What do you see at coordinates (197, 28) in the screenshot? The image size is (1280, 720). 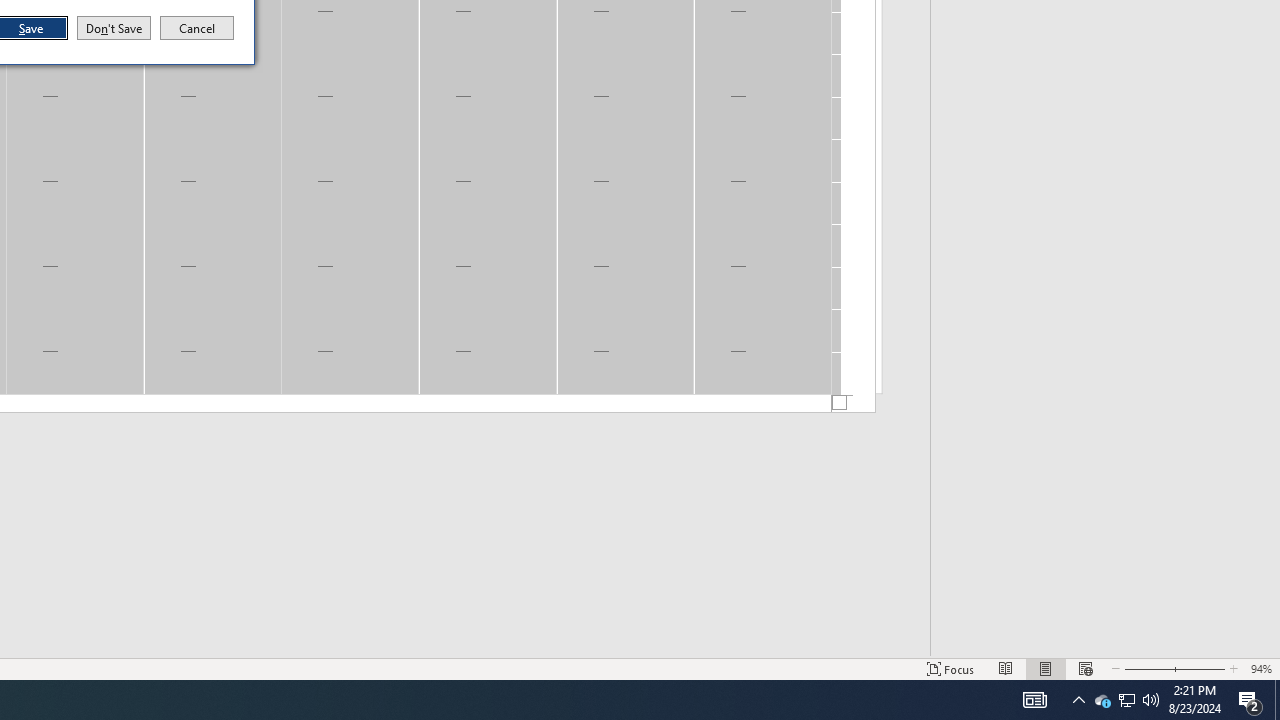 I see `'Cancel'` at bounding box center [197, 28].